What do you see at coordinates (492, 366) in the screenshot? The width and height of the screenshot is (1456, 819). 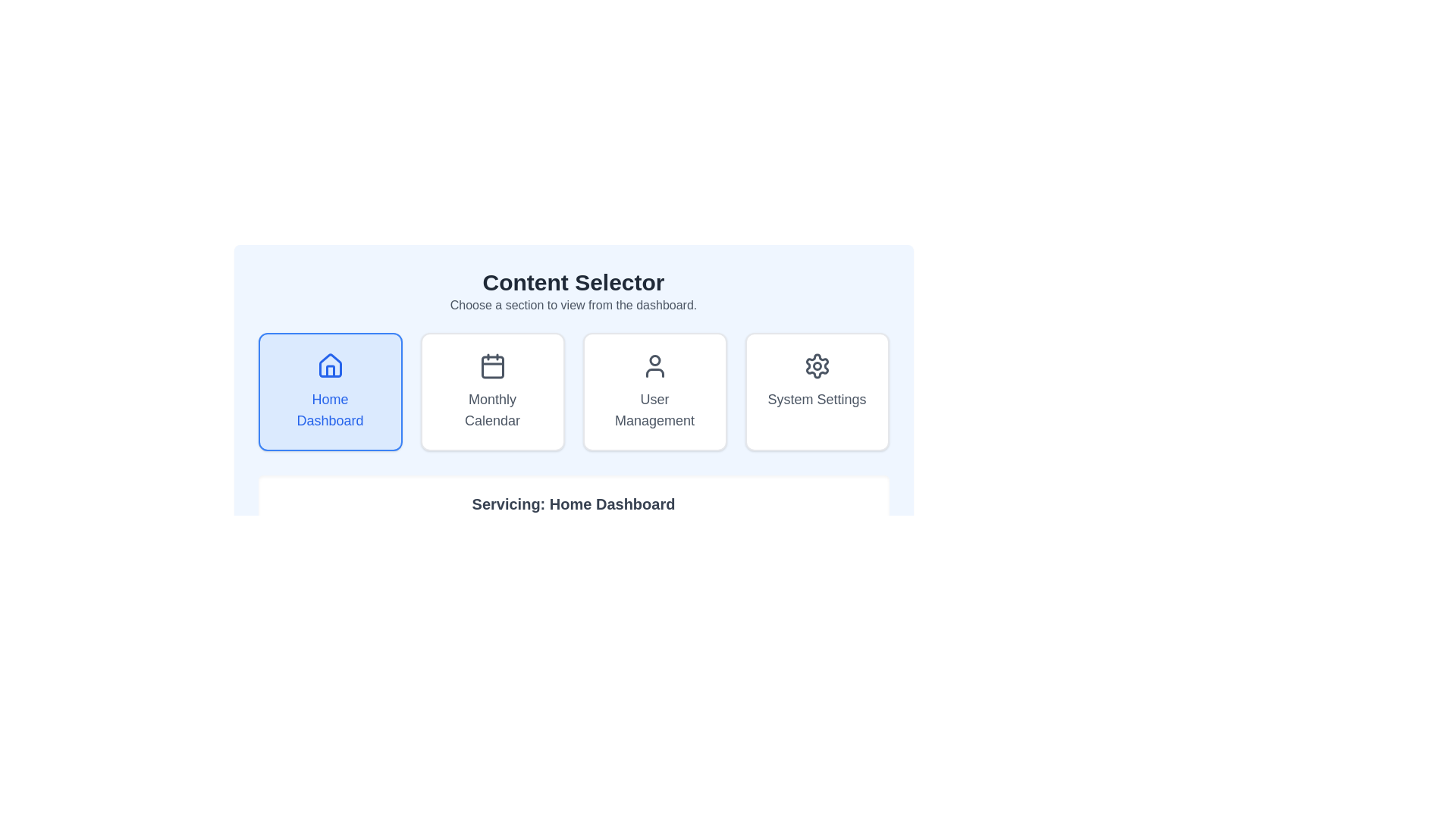 I see `the 'Monthly Calendar' icon, which is the second option from the left in the row of selectable sections` at bounding box center [492, 366].